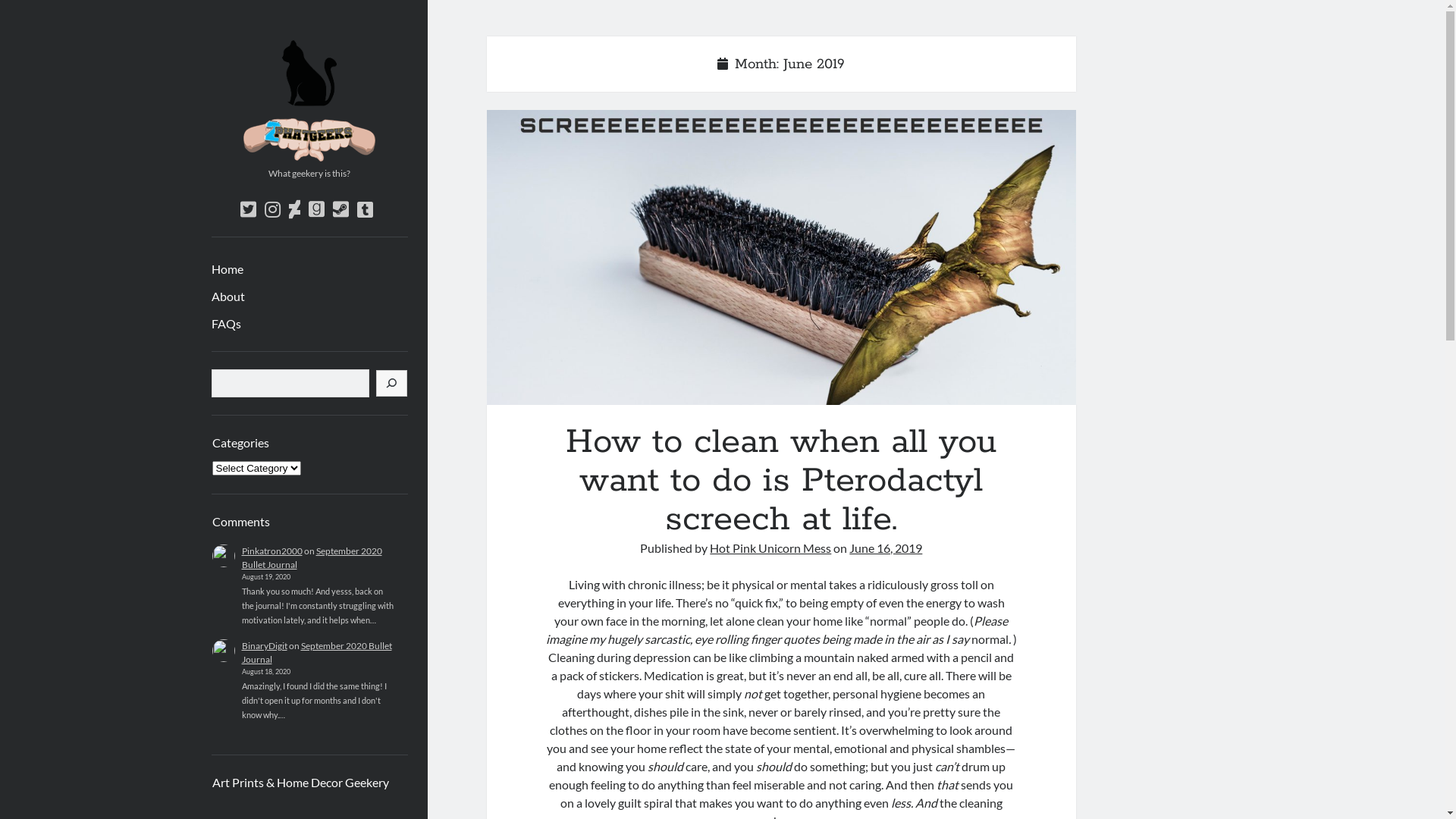 This screenshot has height=819, width=1456. I want to click on 'tumblr', so click(364, 209).